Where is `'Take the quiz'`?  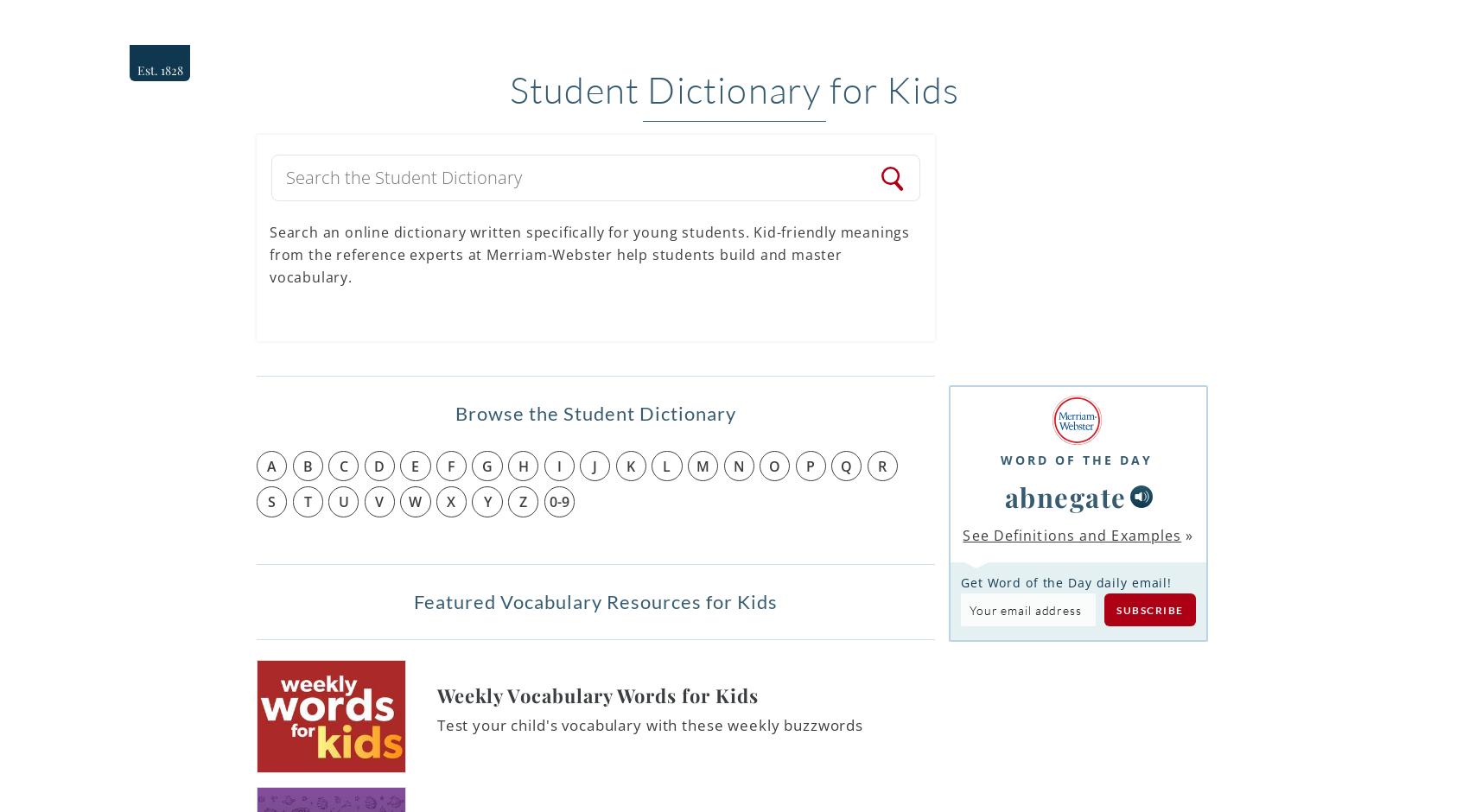 'Take the quiz' is located at coordinates (1135, 418).